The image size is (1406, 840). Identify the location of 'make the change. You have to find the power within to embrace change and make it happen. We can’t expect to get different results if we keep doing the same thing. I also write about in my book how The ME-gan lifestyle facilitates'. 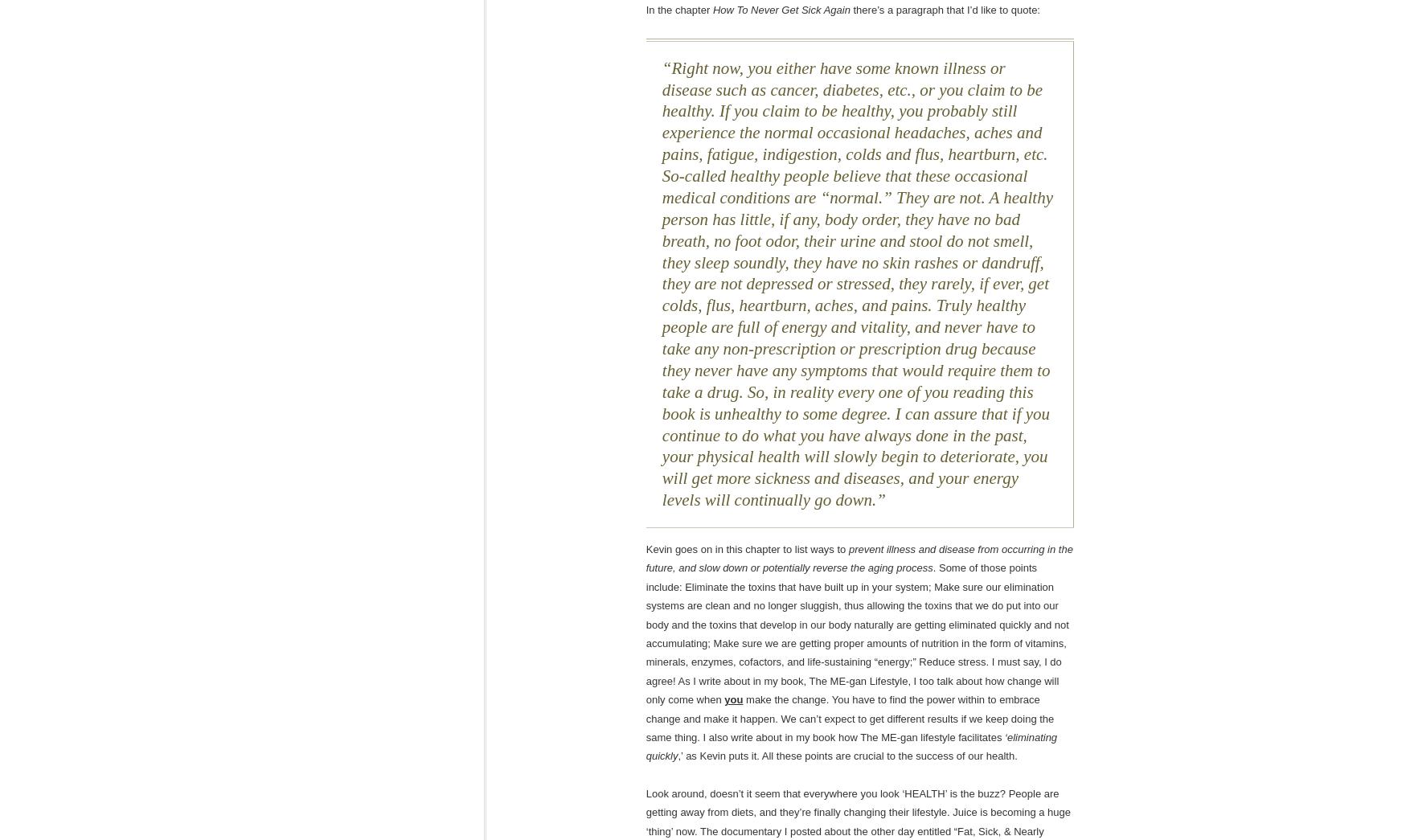
(849, 718).